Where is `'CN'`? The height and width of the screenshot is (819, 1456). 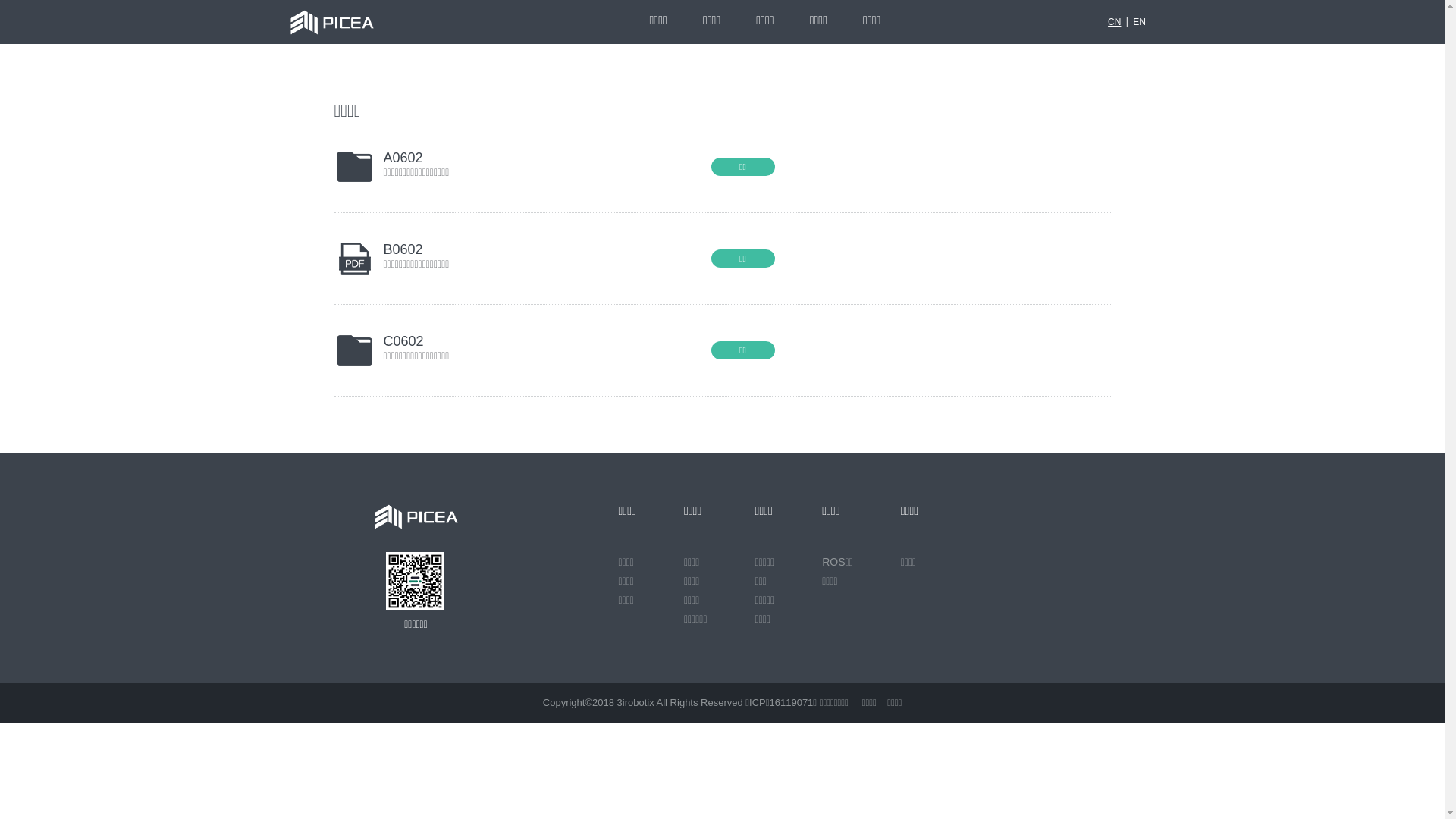
'CN' is located at coordinates (1114, 22).